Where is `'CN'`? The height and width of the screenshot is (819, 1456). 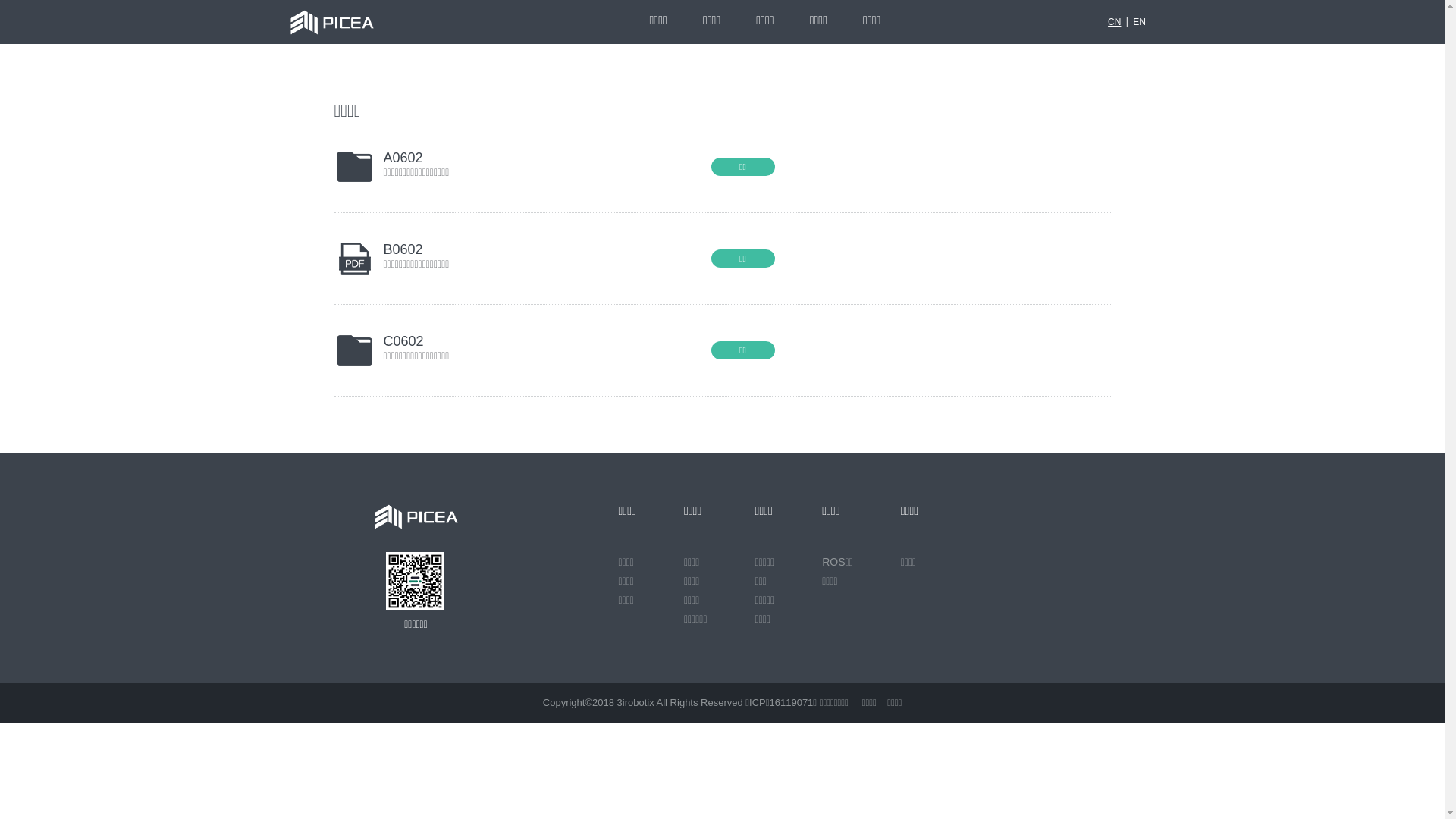
'CN' is located at coordinates (1114, 22).